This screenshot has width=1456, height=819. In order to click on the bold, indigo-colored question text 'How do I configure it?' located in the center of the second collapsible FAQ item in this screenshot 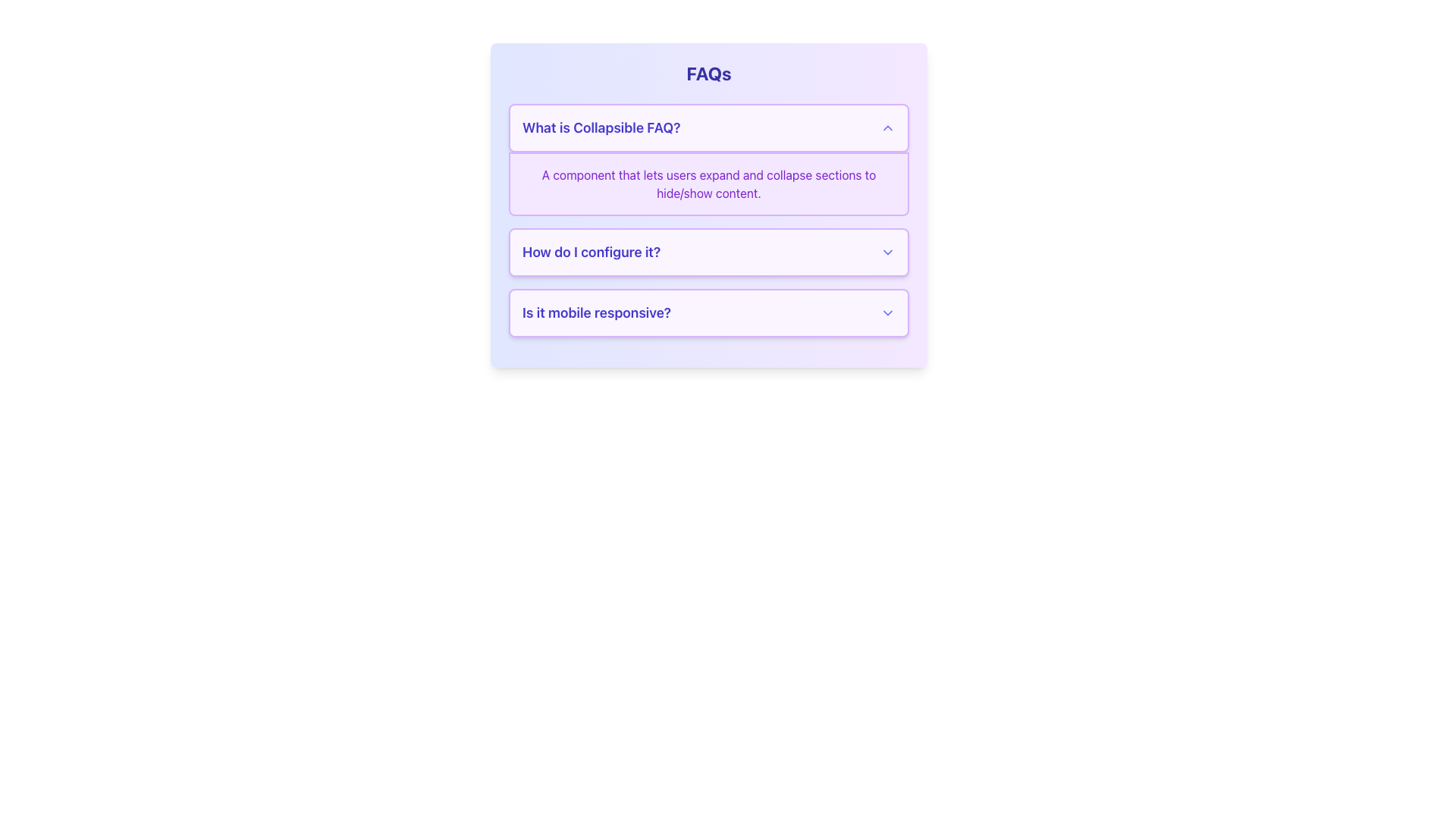, I will do `click(591, 251)`.